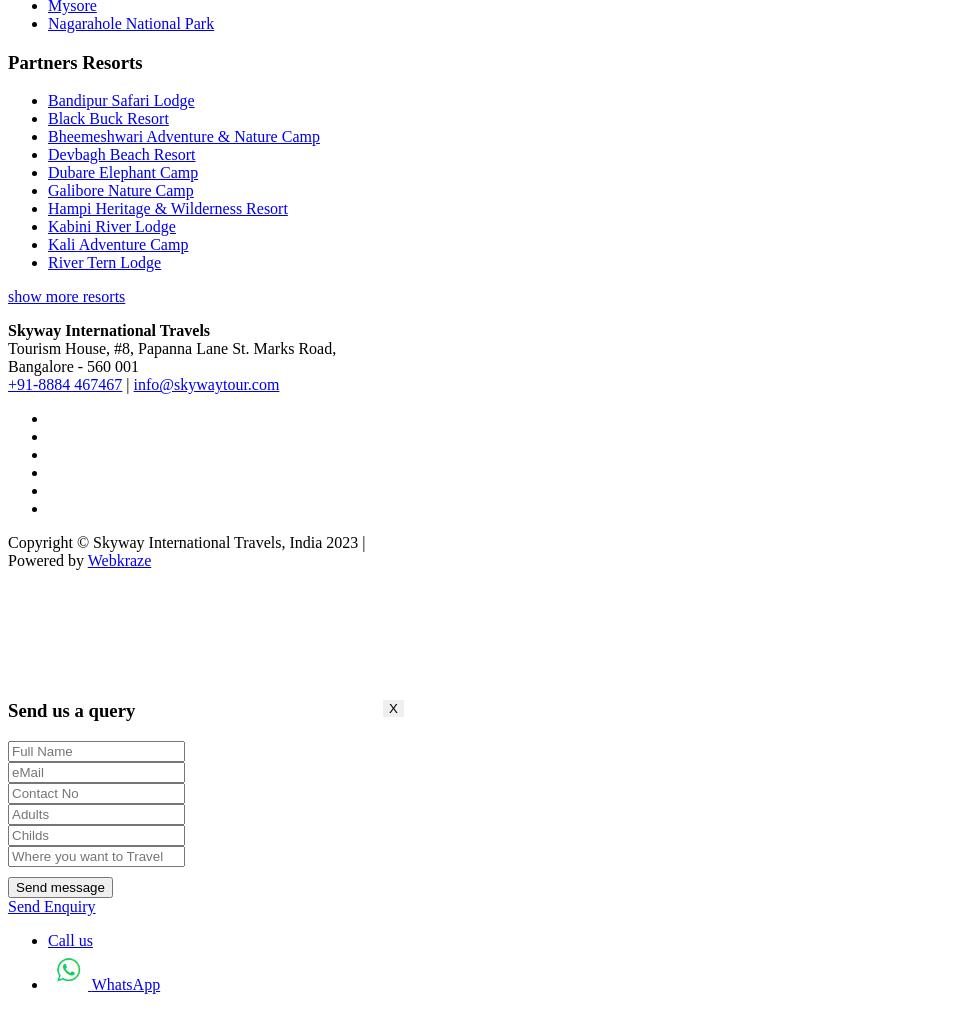  What do you see at coordinates (167, 207) in the screenshot?
I see `'Hampi Heritage & Wilderness Resort'` at bounding box center [167, 207].